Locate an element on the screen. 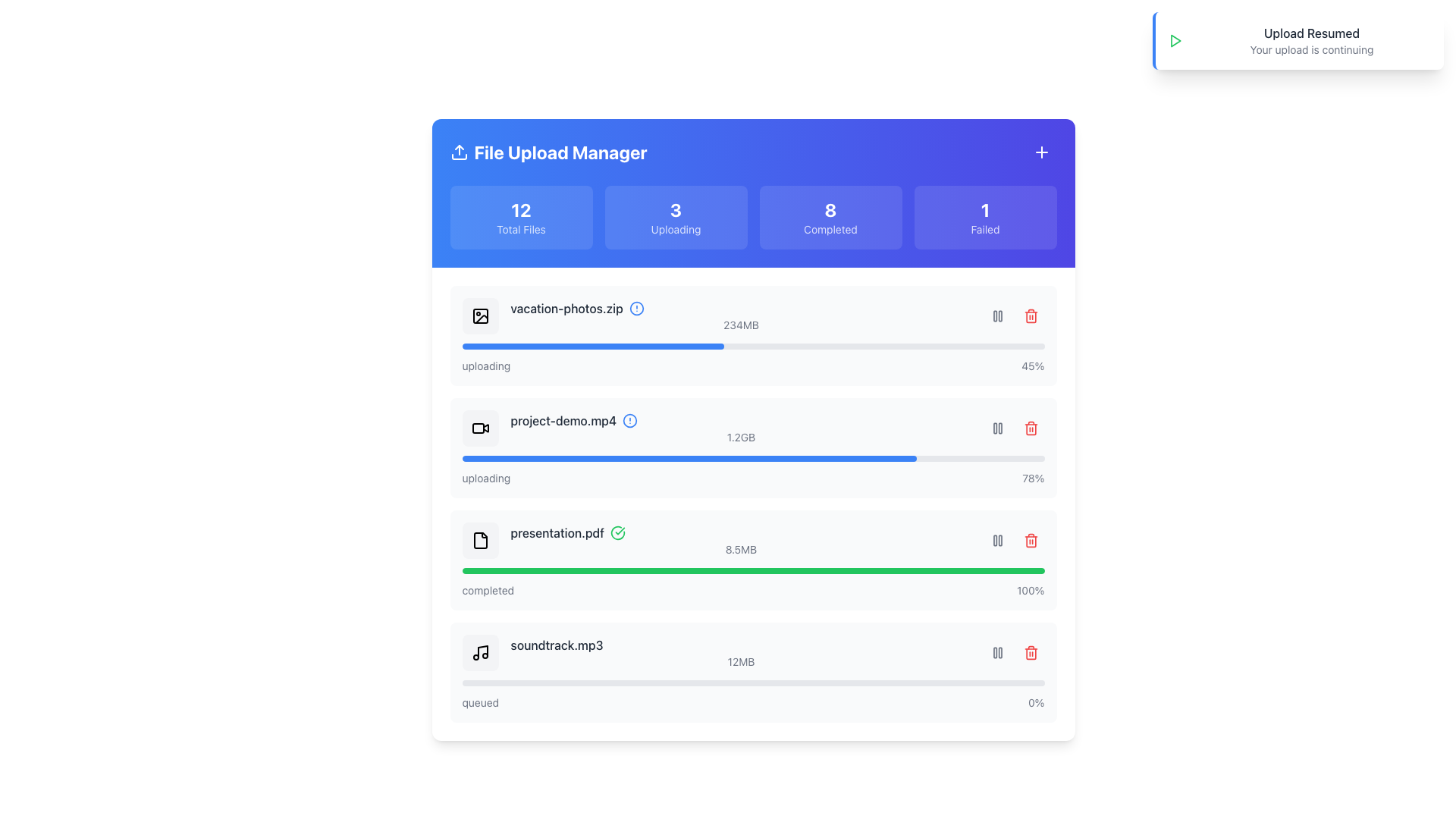  the numeric display text label indicating the count of items currently in the 'Uploading' status, located in the blue card at the top-center of the interface is located at coordinates (675, 210).